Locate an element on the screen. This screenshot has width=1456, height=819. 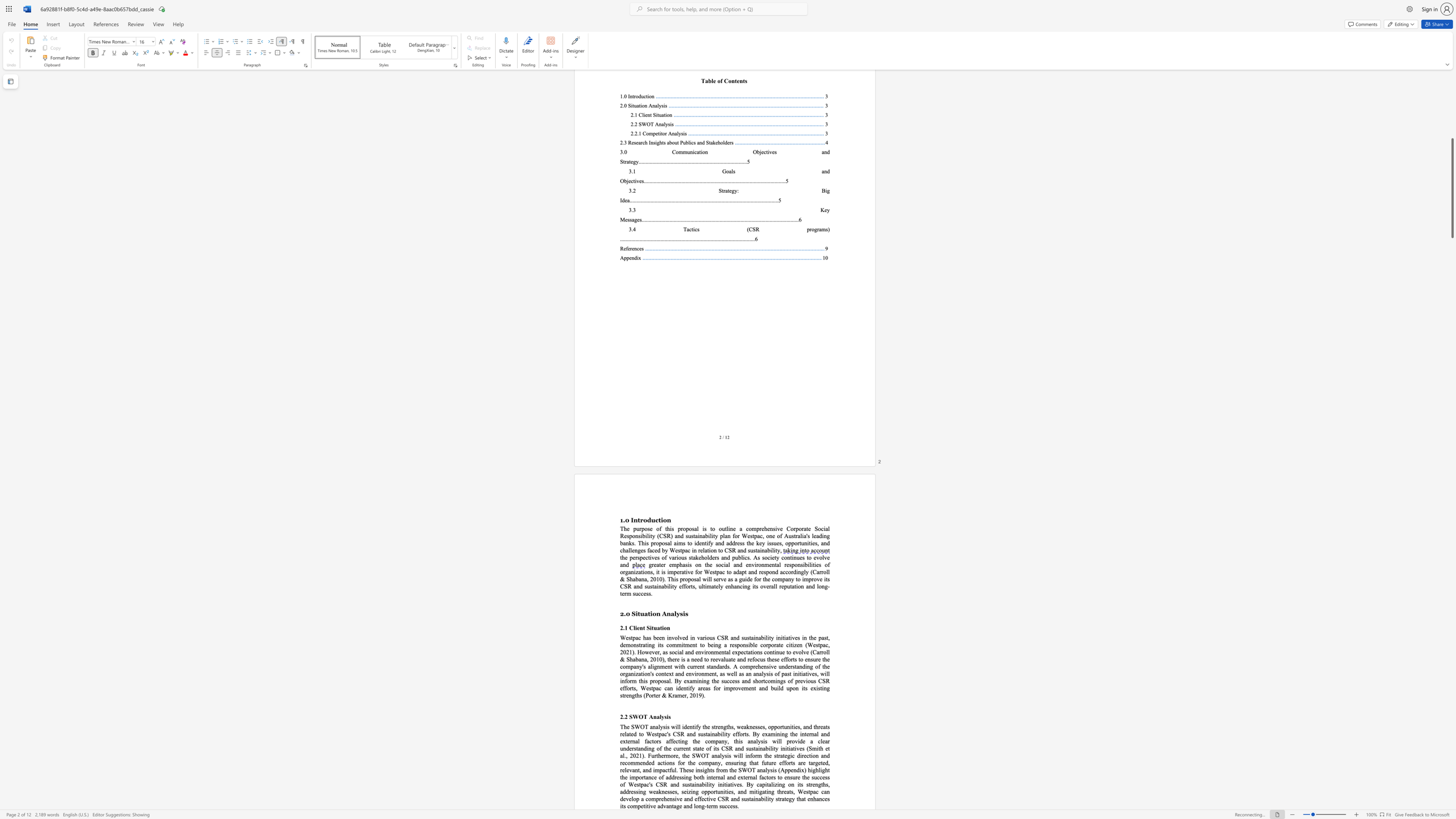
the 44th character "e" in the text is located at coordinates (627, 769).